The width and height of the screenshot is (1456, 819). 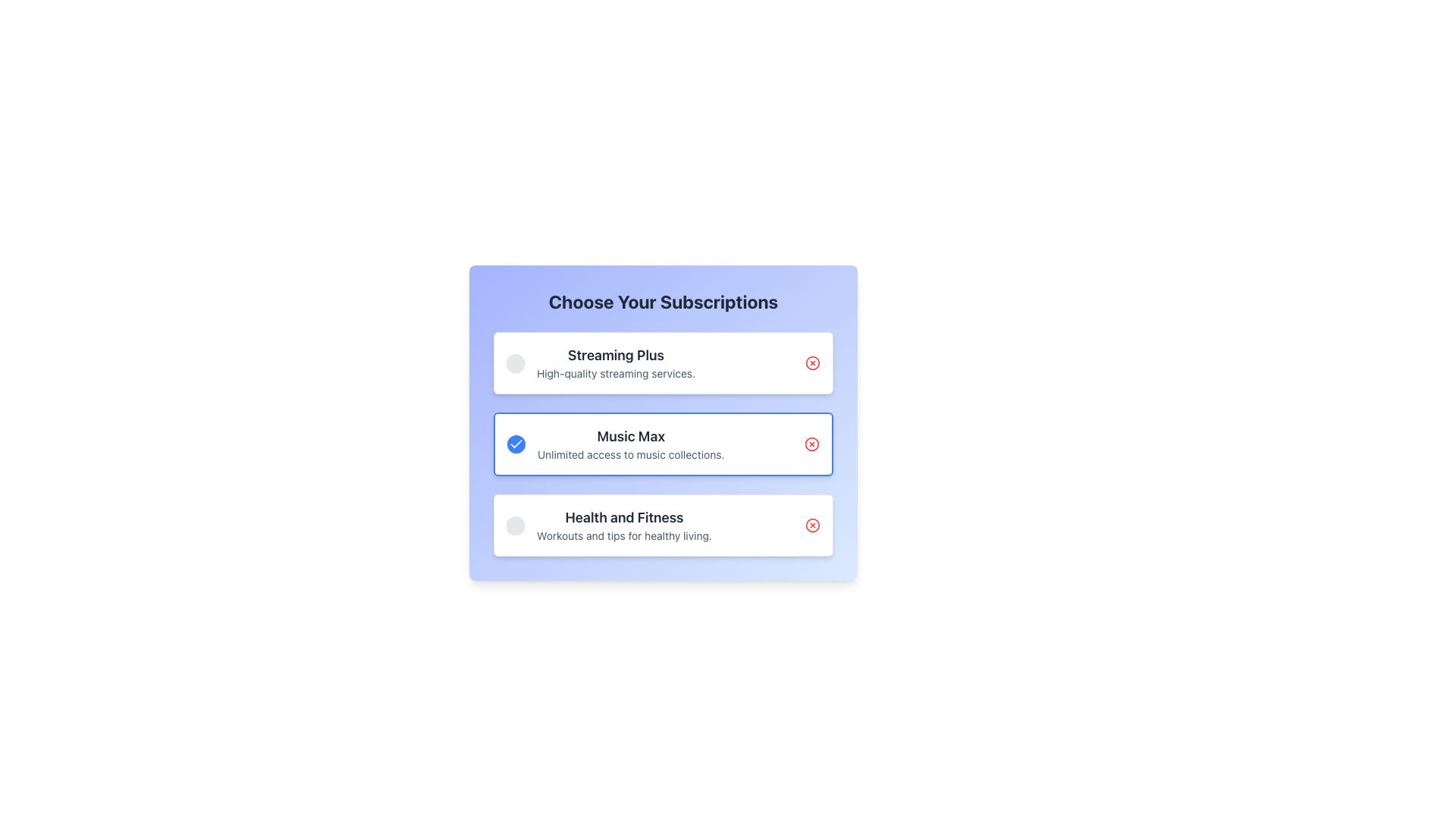 I want to click on the text block displaying 'Streaming Plus', which is a two-line title and description within the first subscription choice card, so click(x=616, y=362).